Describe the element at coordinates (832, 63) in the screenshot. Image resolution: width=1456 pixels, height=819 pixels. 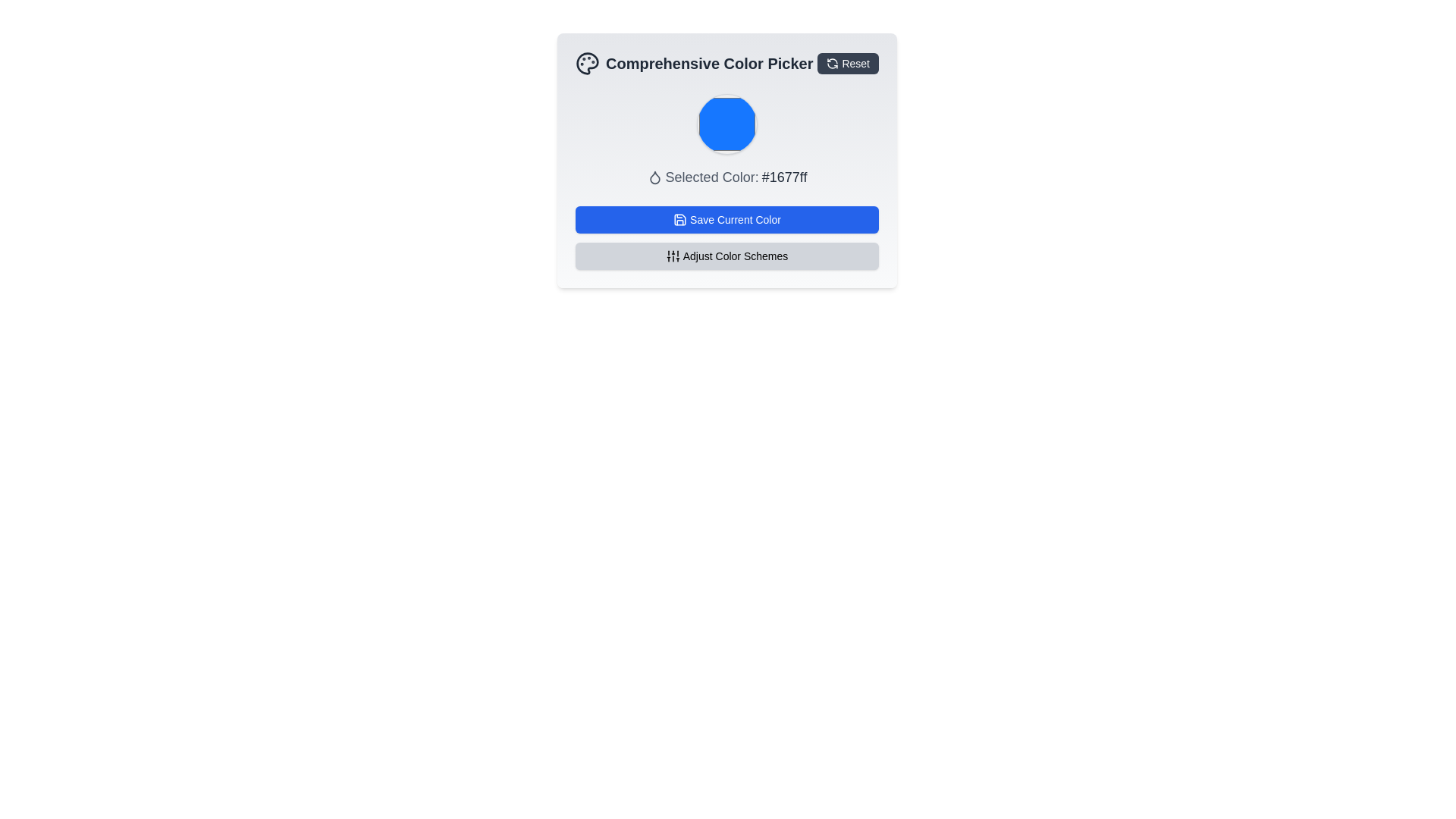
I see `the circular refresh icon located to the left of the 'Reset' text in the top-right corner of the color picker widget` at that location.